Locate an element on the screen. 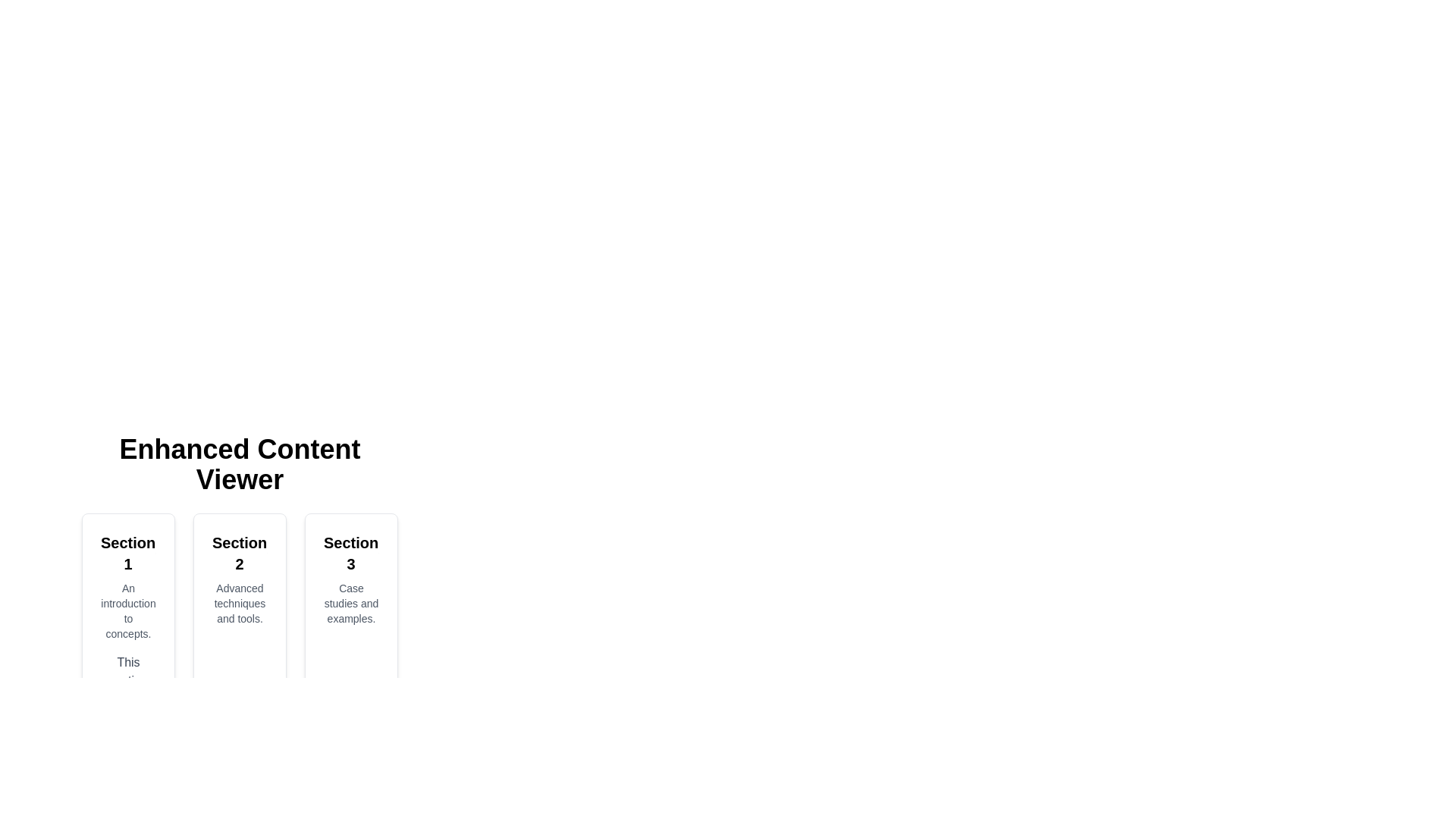  any embedded elements within the Section Overview Panel located in the leftmost column of the three-column grid layout is located at coordinates (128, 665).